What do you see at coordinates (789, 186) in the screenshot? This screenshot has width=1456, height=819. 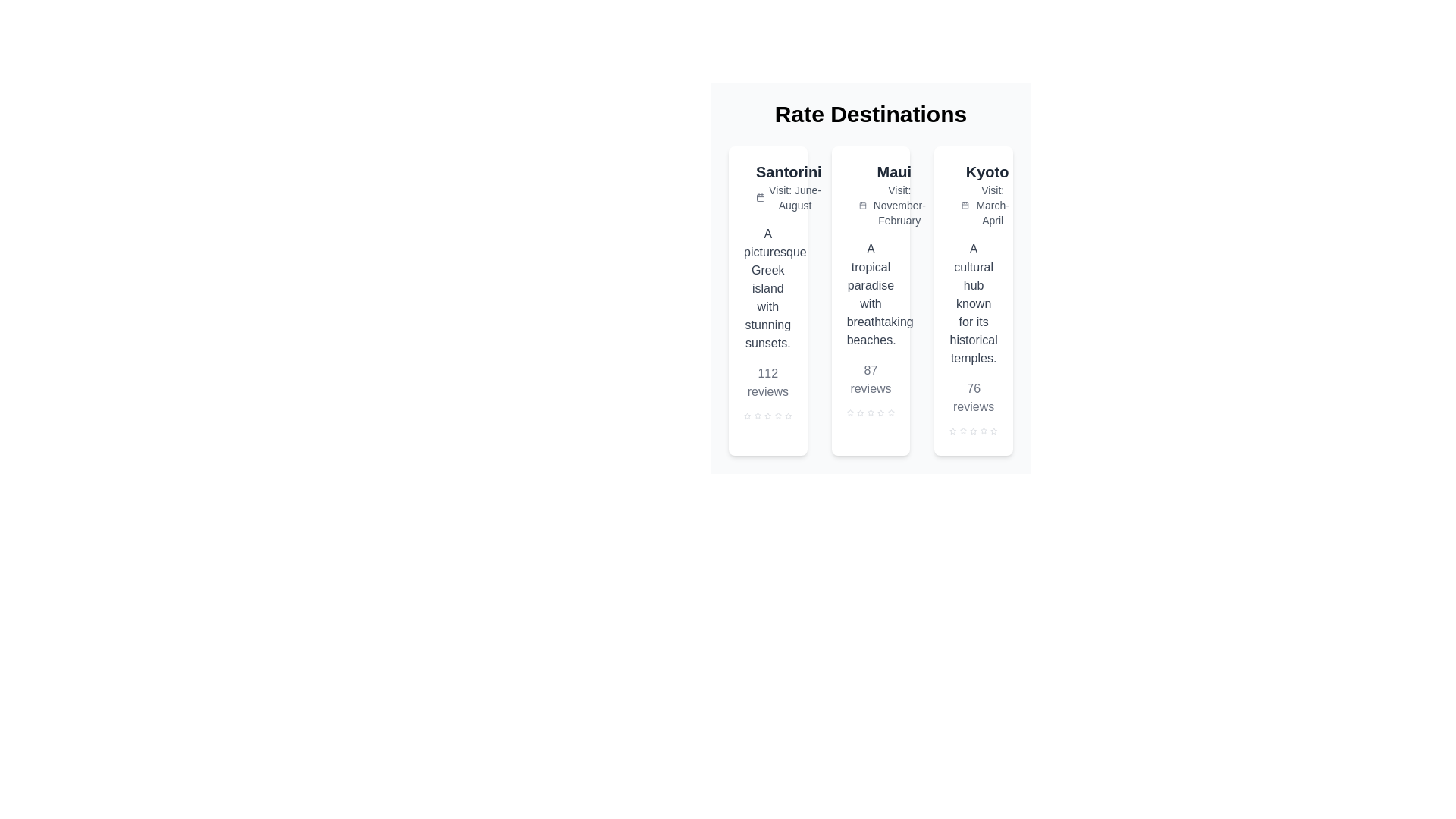 I see `text content of the Text block with an icon displaying the destination's name 'Santorini' and its recommended visiting period (June-August)` at bounding box center [789, 186].